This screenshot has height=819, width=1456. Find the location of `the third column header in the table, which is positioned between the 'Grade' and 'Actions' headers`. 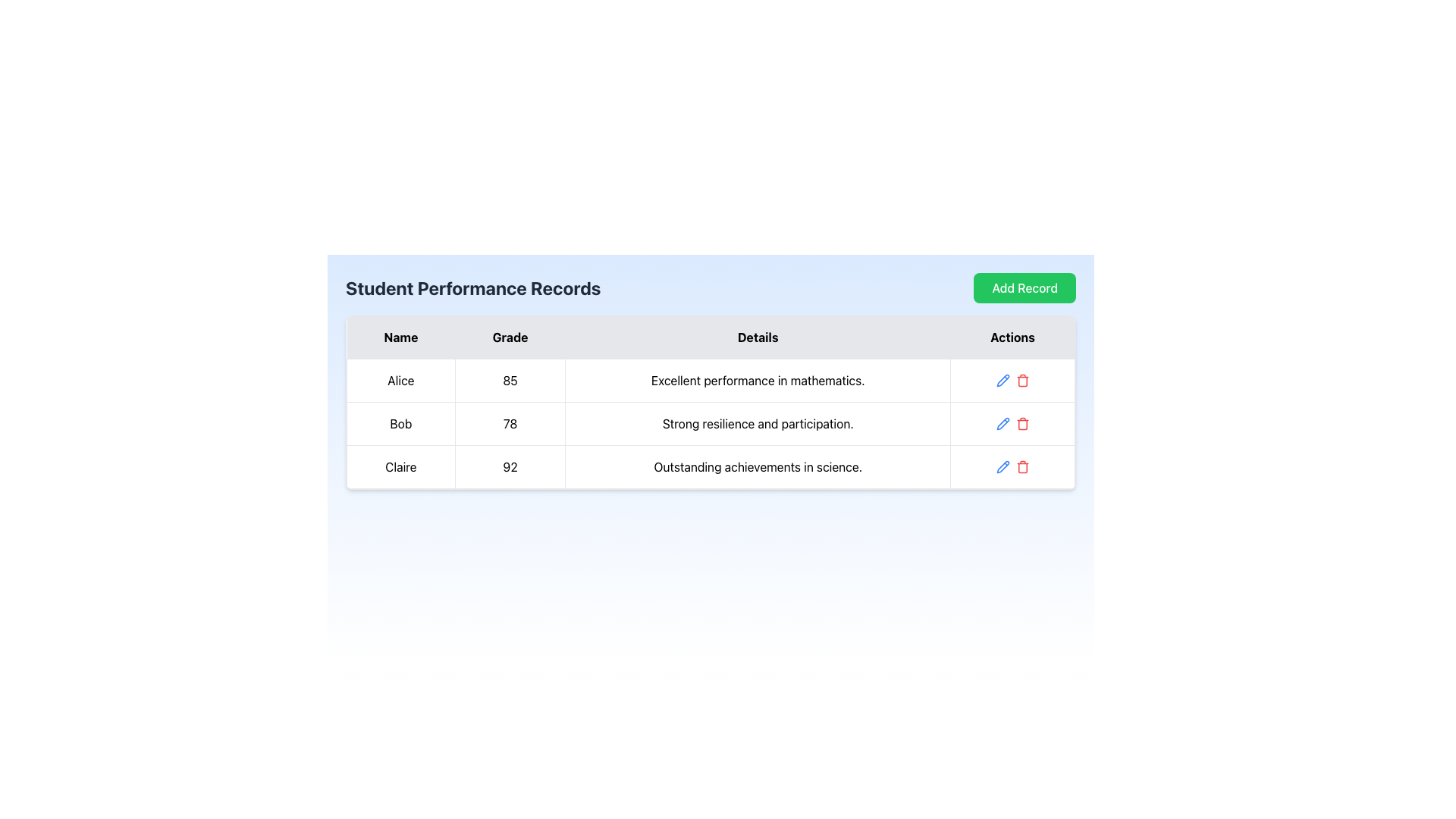

the third column header in the table, which is positioned between the 'Grade' and 'Actions' headers is located at coordinates (758, 337).